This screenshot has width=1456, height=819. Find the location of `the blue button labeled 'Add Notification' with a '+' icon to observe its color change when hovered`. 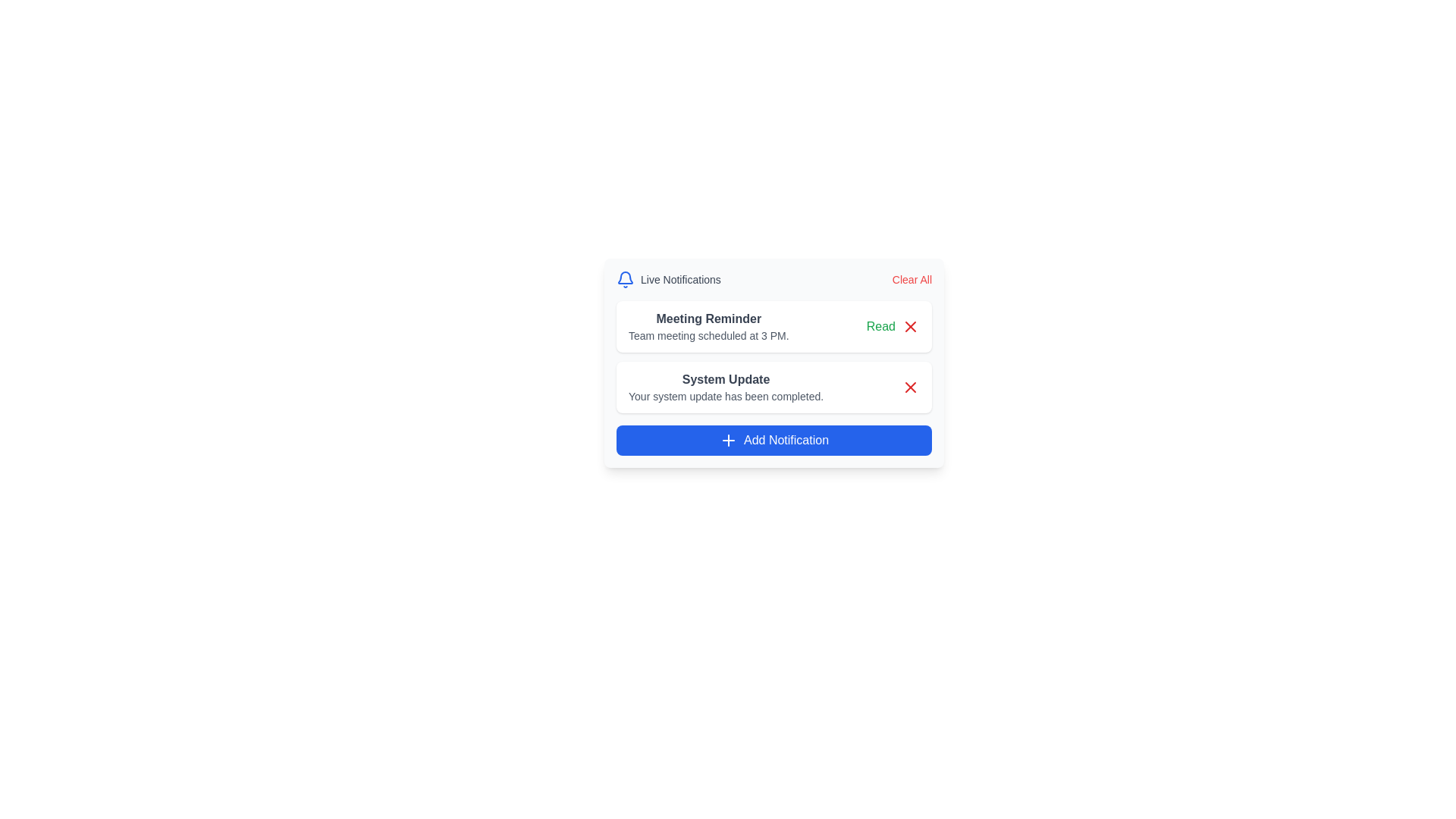

the blue button labeled 'Add Notification' with a '+' icon to observe its color change when hovered is located at coordinates (774, 441).